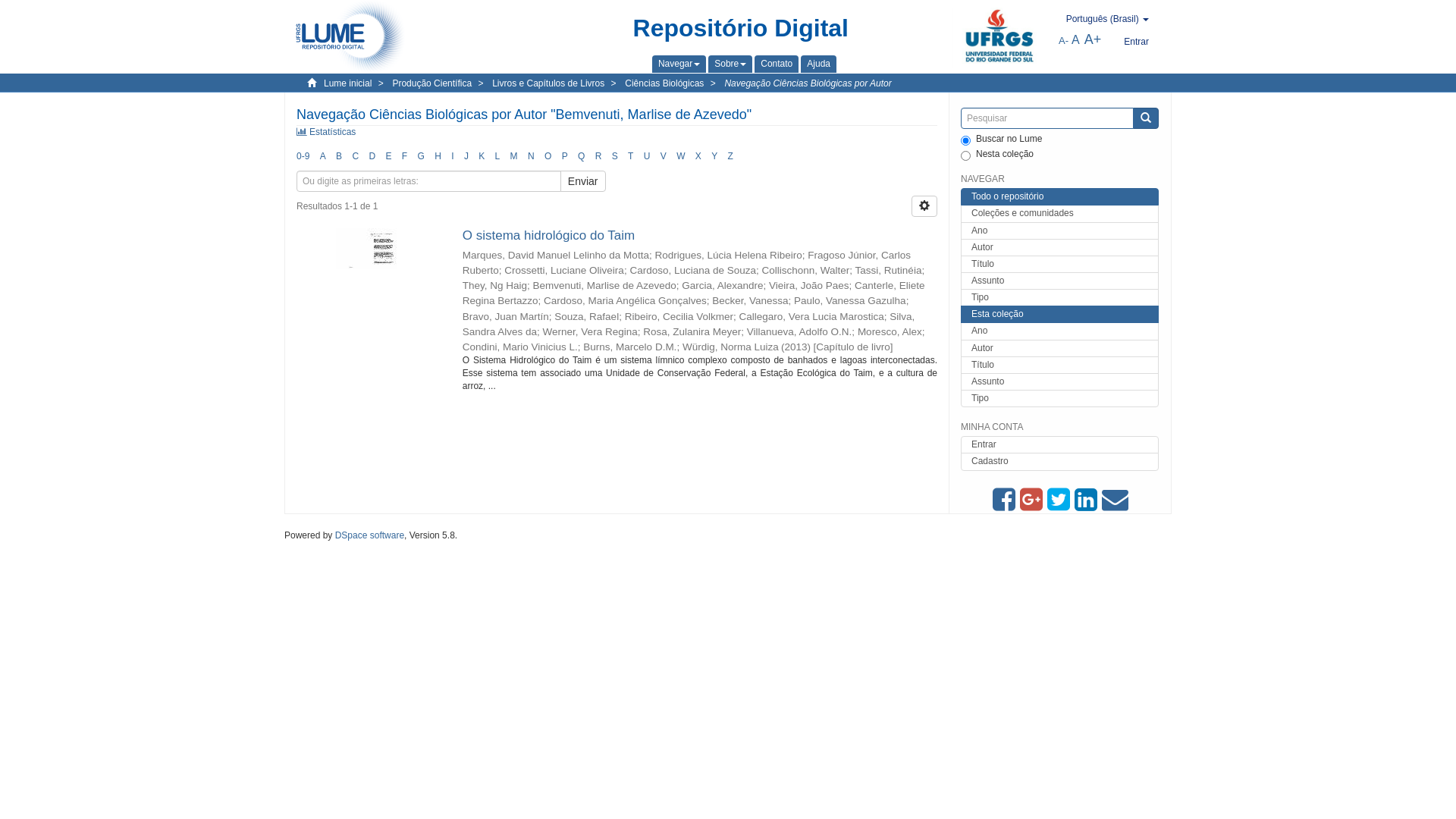 The image size is (1456, 819). What do you see at coordinates (322, 155) in the screenshot?
I see `'A'` at bounding box center [322, 155].